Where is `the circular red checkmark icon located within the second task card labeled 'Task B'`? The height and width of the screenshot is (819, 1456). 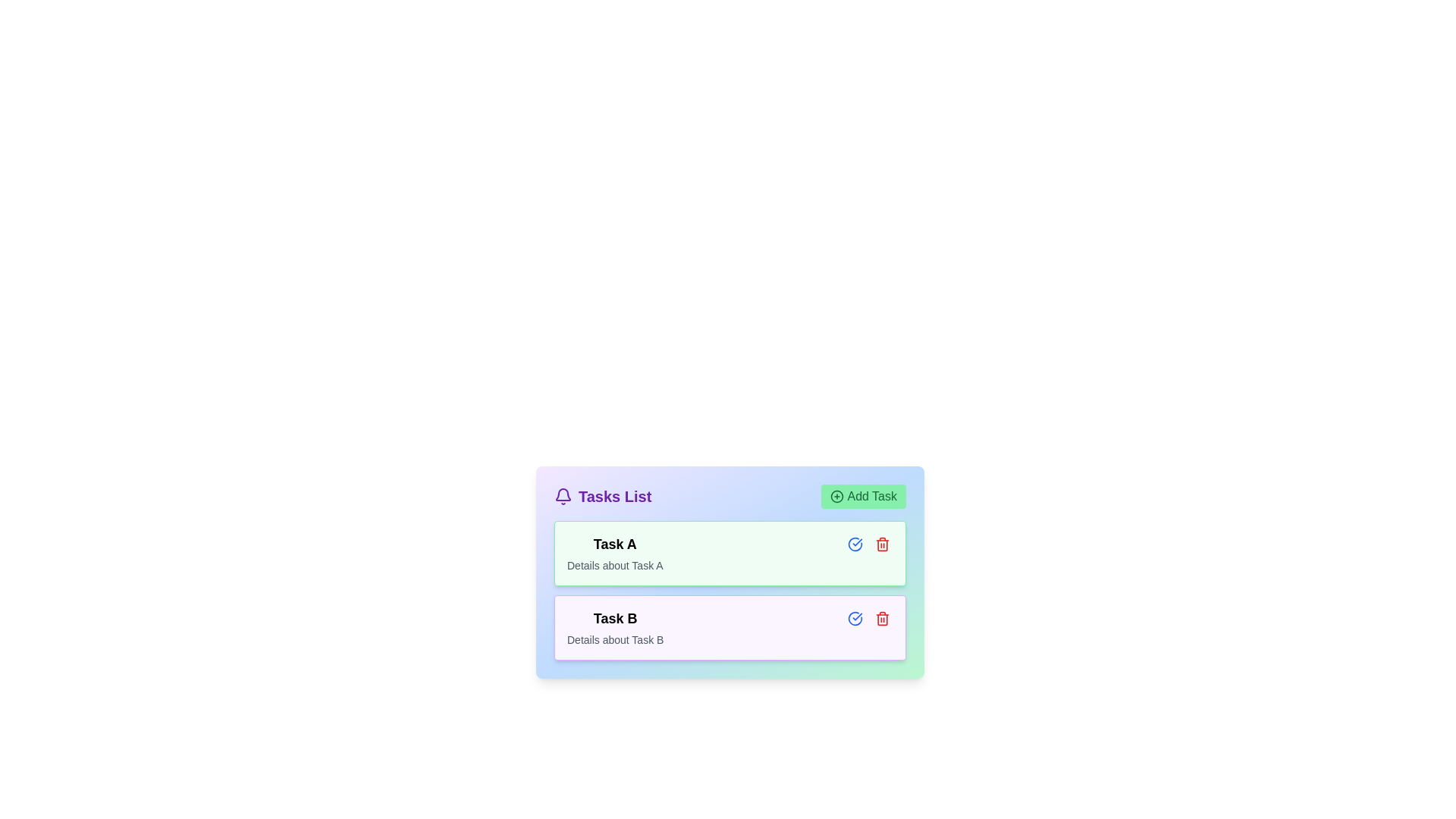
the circular red checkmark icon located within the second task card labeled 'Task B' is located at coordinates (855, 619).